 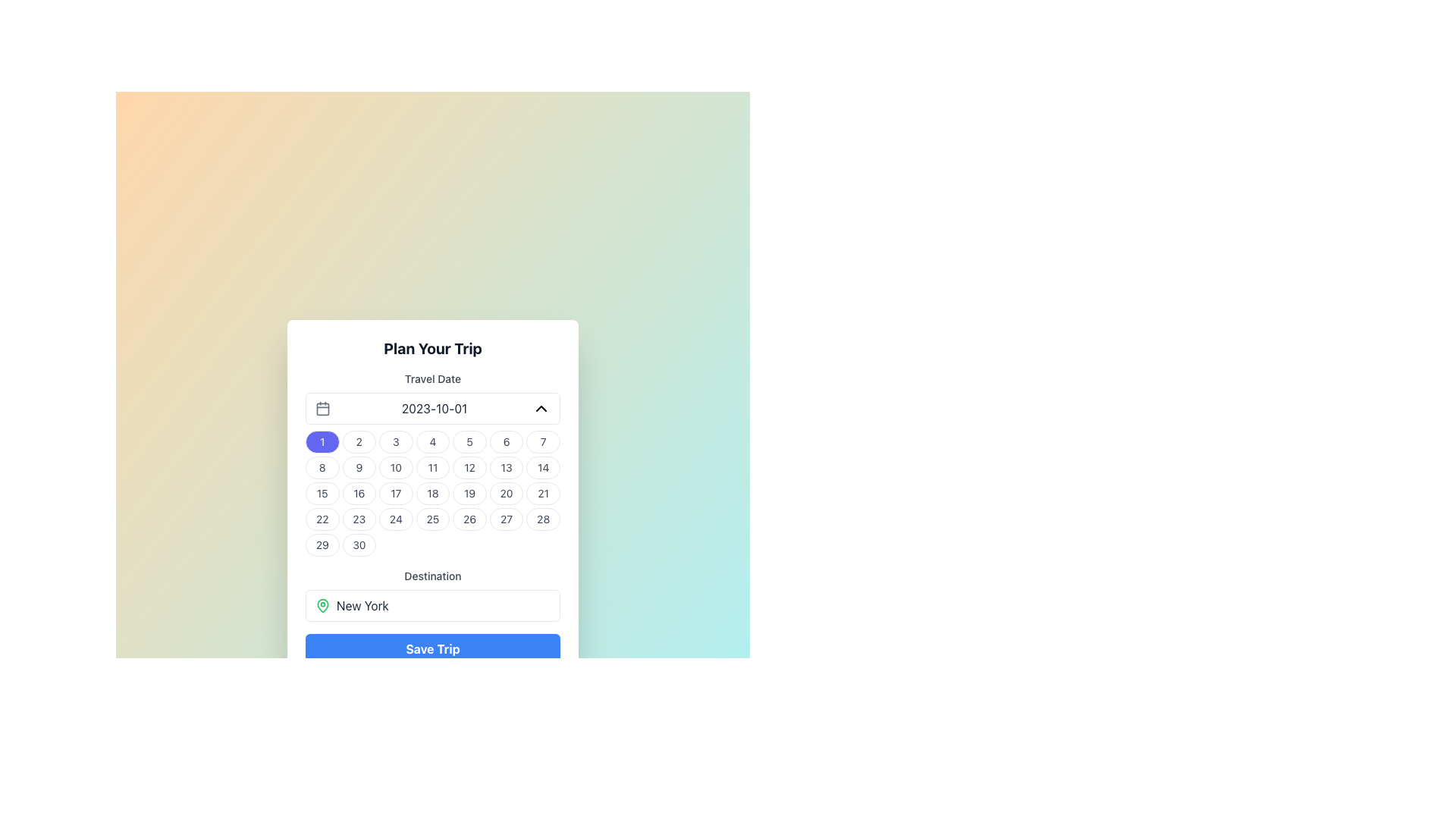 I want to click on the small, rounded rectangle button displaying the number '29', which is located in the sixth row and first column of the grid layout within the 'Plan Your Trip' form, so click(x=322, y=544).